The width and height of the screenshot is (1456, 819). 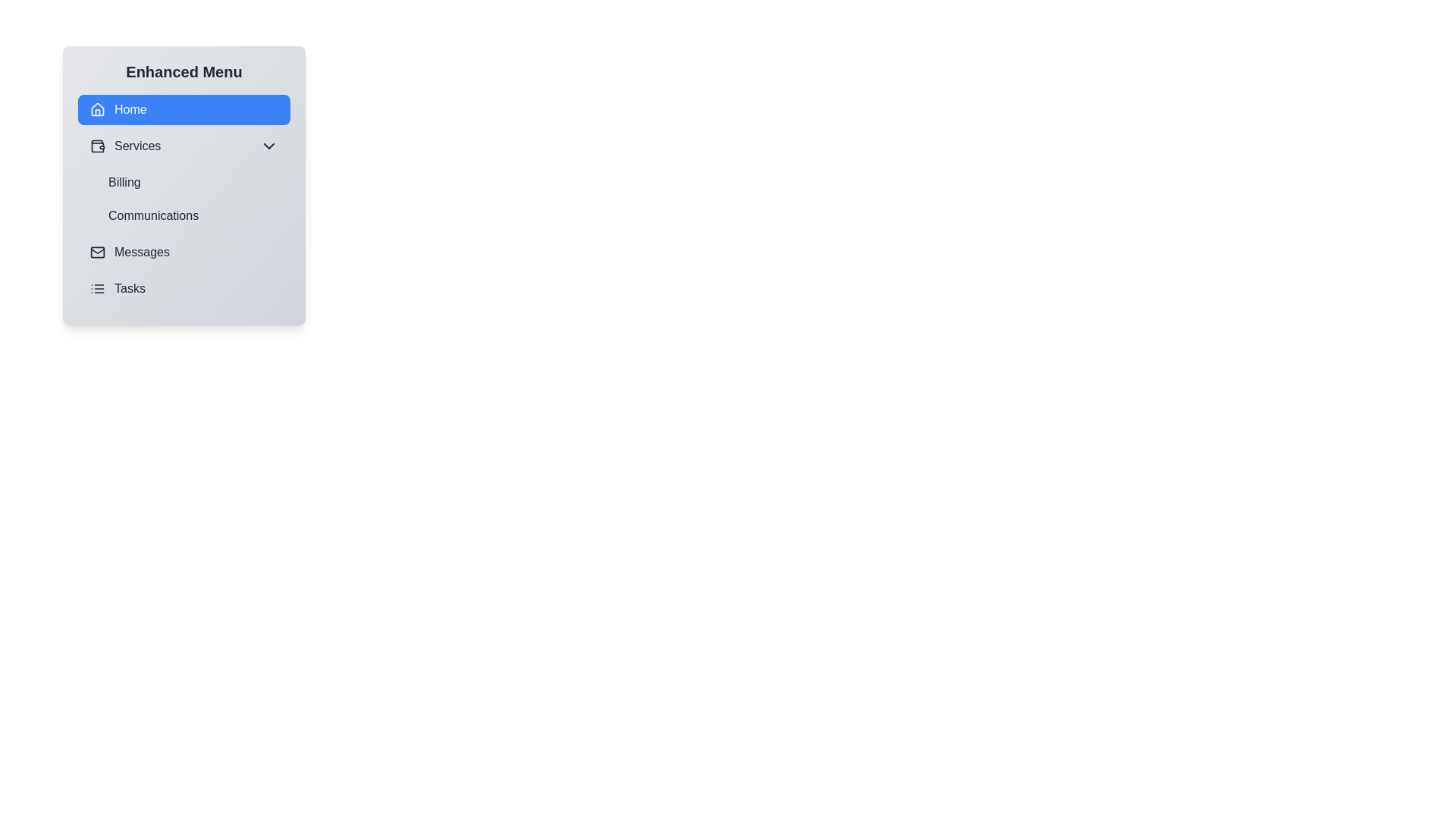 What do you see at coordinates (184, 180) in the screenshot?
I see `the 'Billing' navigation item in the sidebar menu under the 'Services' section` at bounding box center [184, 180].